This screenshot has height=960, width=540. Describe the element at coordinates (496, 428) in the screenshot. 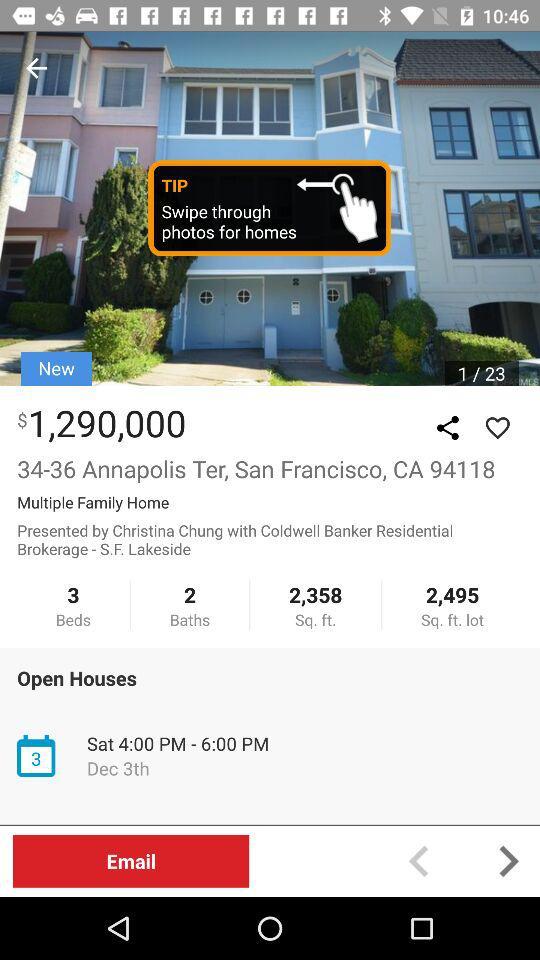

I see `option` at that location.